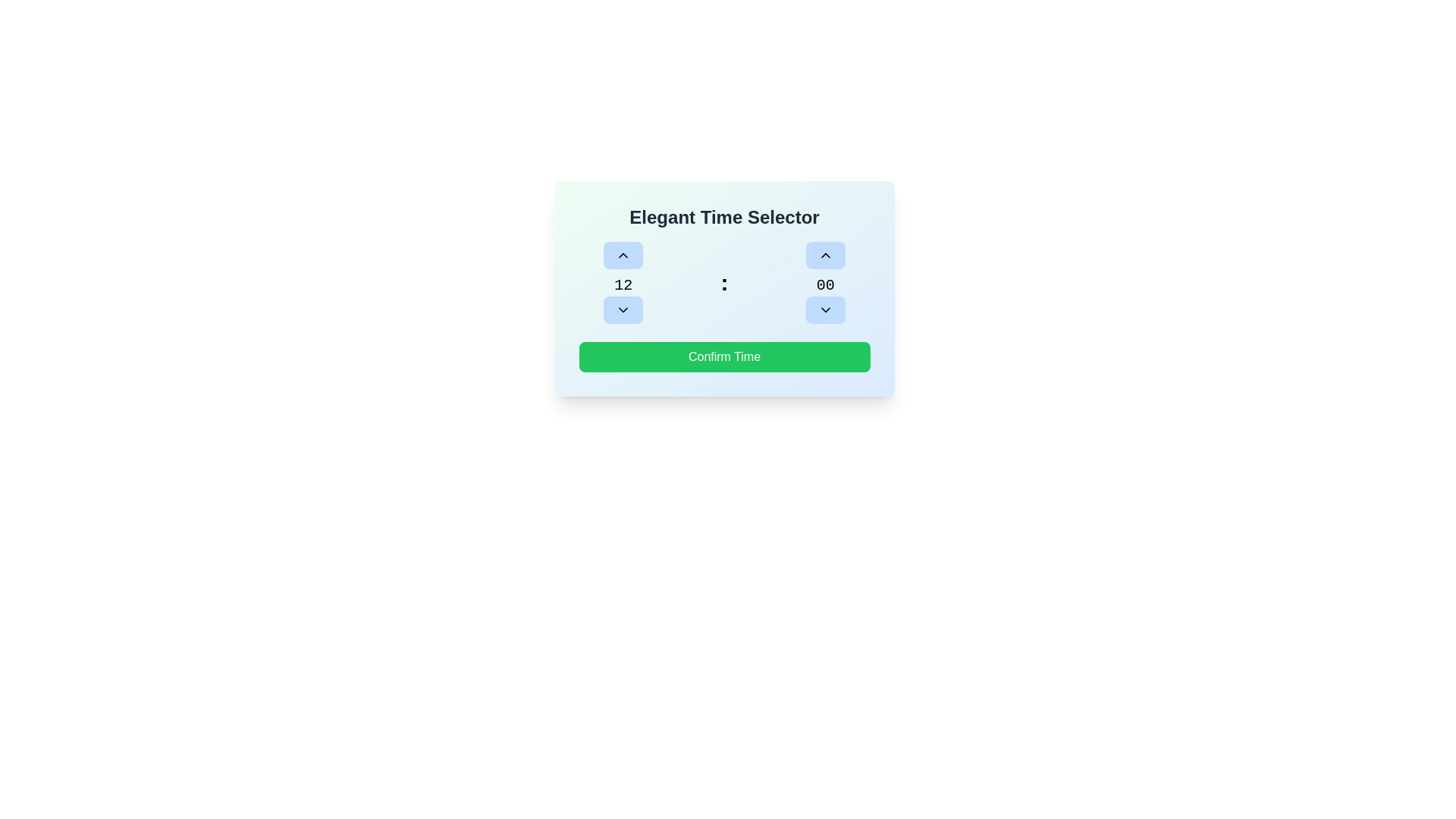  I want to click on the rectangular button with rounded corners and a blue background containing a downwards-facing arrow icon, so click(623, 309).